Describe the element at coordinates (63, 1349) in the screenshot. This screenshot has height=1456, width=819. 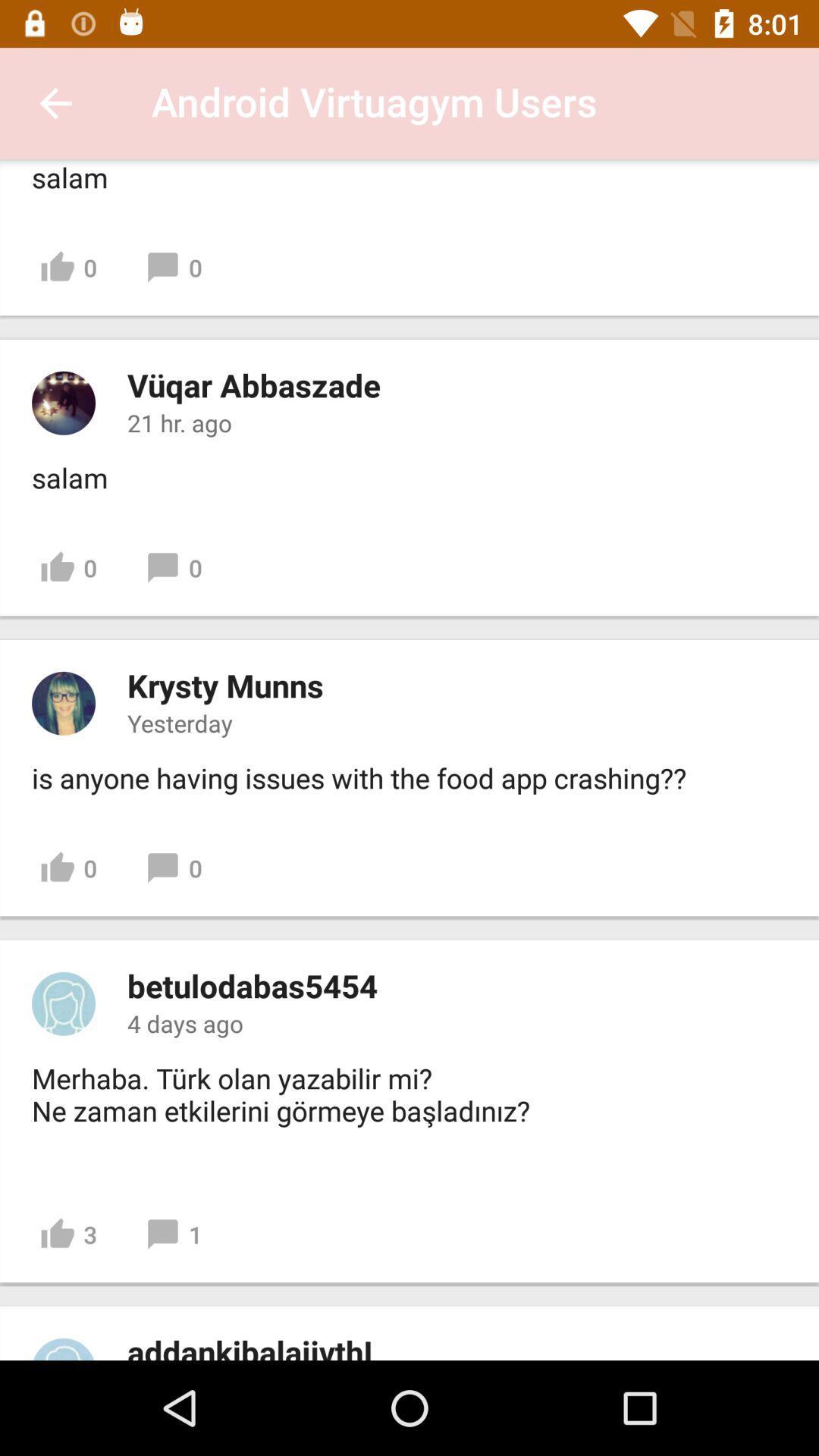
I see `profile` at that location.